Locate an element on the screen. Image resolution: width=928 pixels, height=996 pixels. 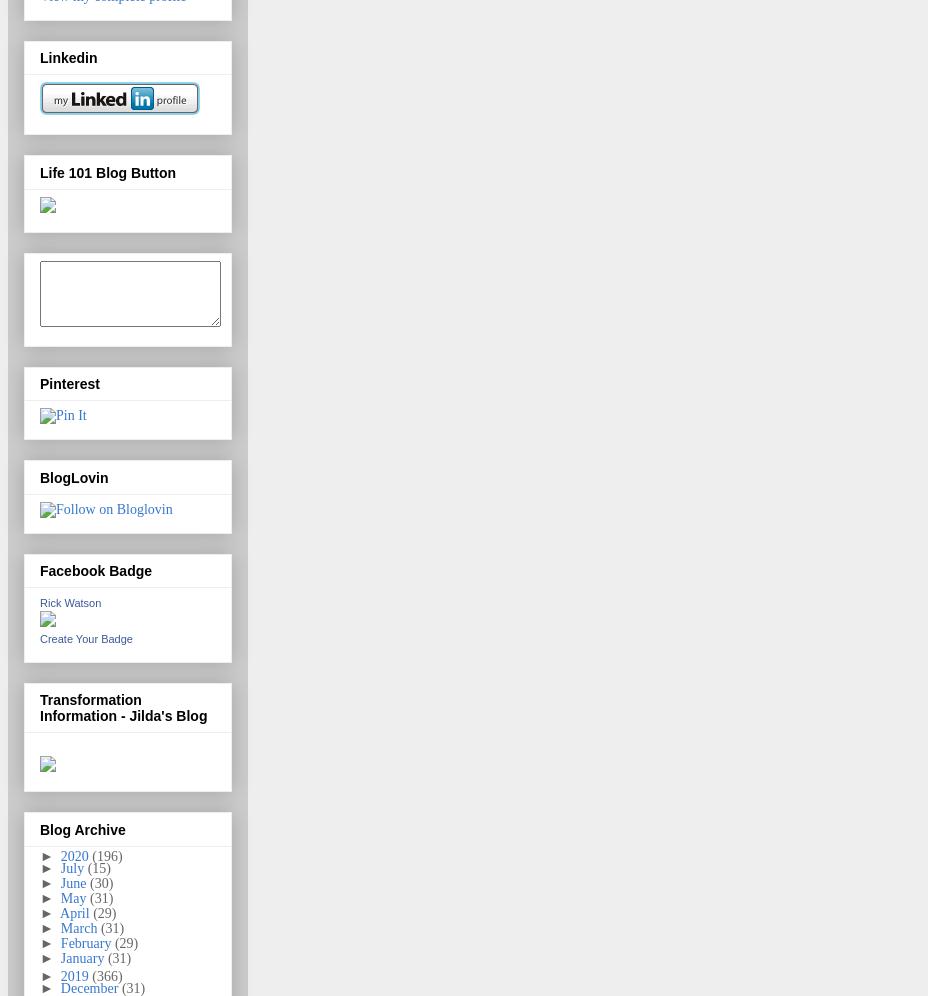
'Linkedin' is located at coordinates (67, 56).